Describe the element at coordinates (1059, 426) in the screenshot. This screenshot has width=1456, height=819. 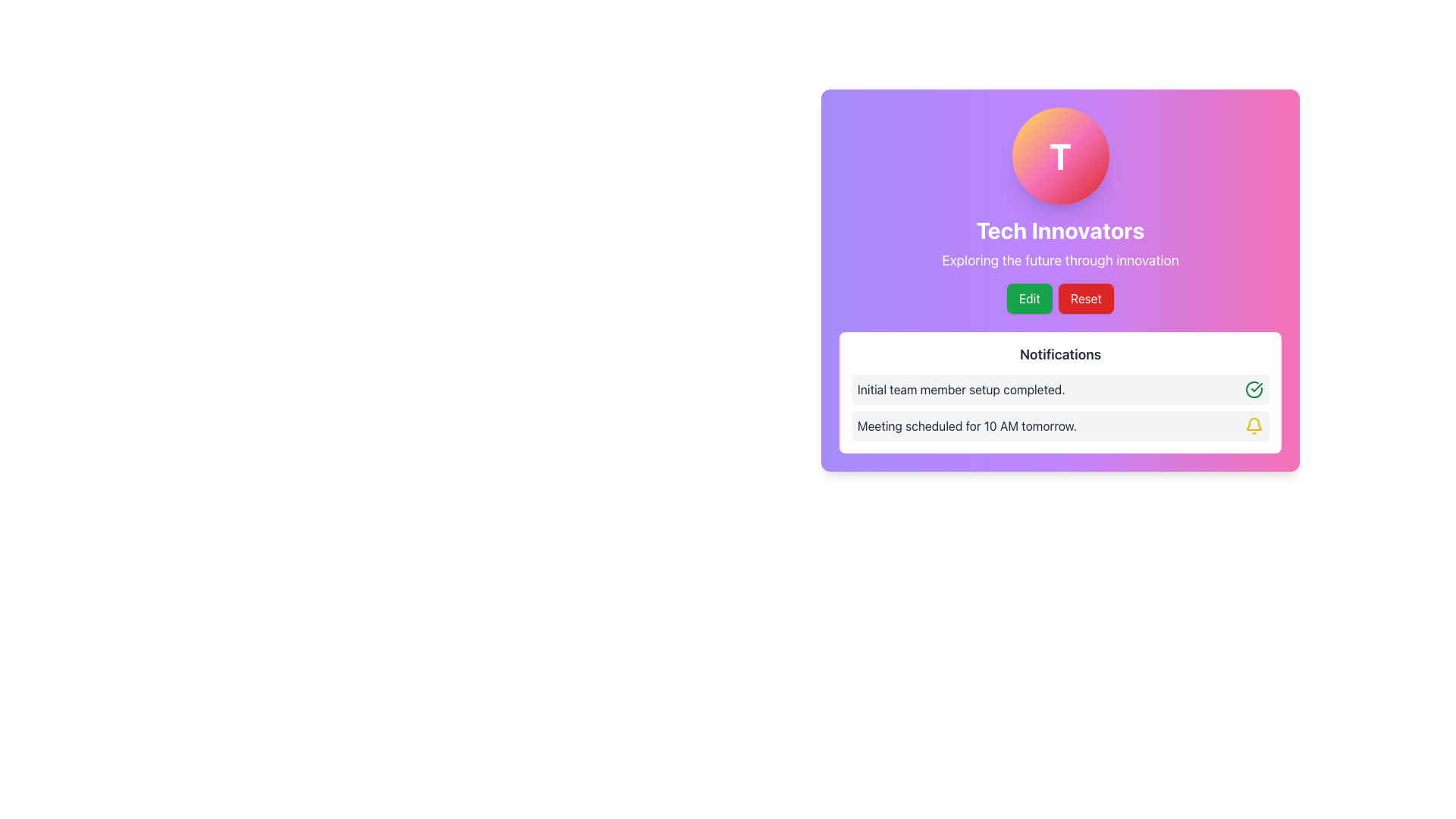
I see `notification text from the second notification in the Notifications section, which is indicated by a yellow bell icon and is positioned below the message 'Initial team member setup completed.'` at that location.